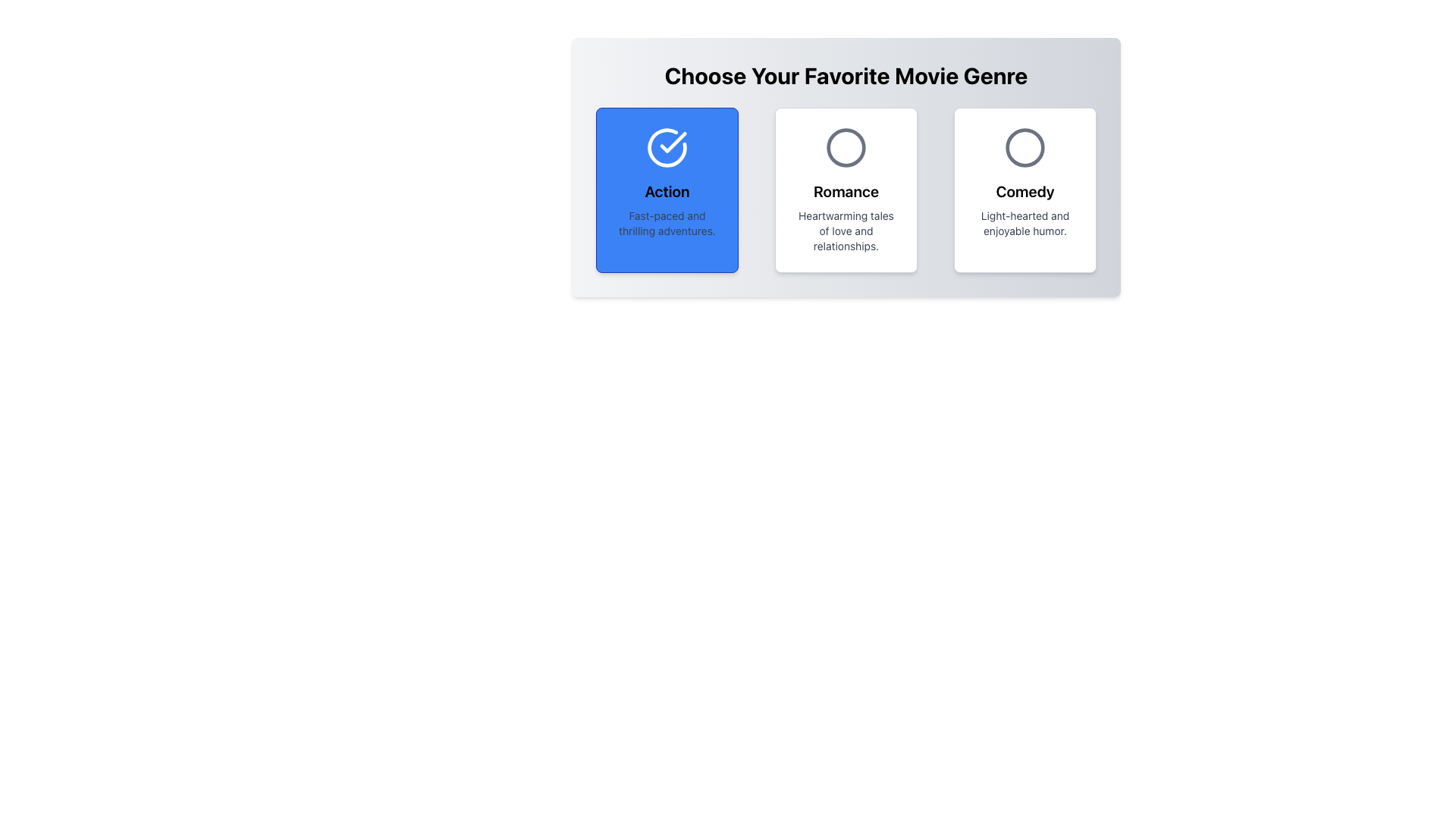 The height and width of the screenshot is (819, 1456). Describe the element at coordinates (667, 223) in the screenshot. I see `text content of the subtitle located at the bottom of the blue card labeled 'Action', which provides additional information about the main heading` at that location.